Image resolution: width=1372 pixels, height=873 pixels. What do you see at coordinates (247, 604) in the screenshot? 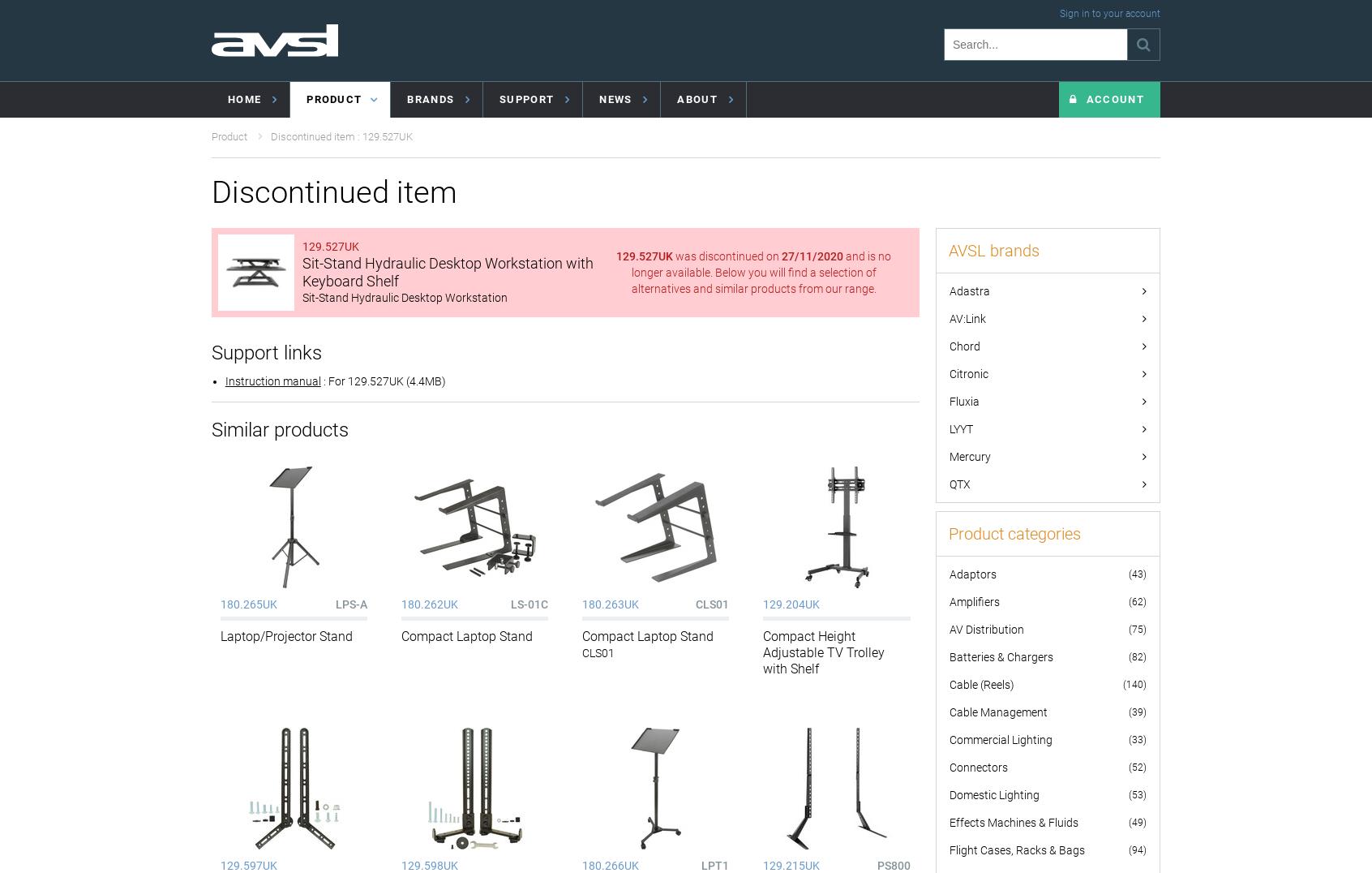
I see `'180.265UK'` at bounding box center [247, 604].